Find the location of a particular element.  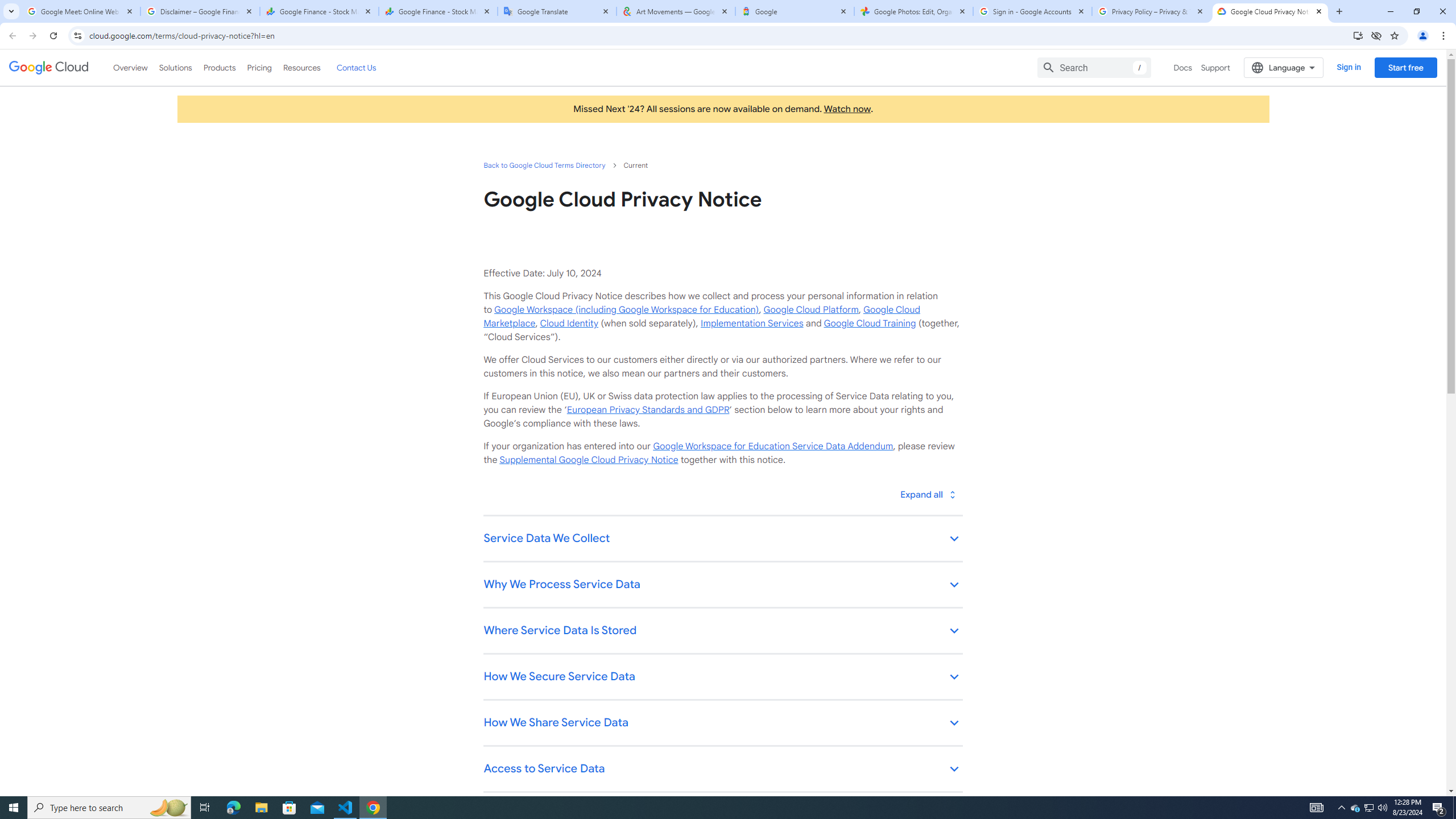

'Watch now' is located at coordinates (846, 109).